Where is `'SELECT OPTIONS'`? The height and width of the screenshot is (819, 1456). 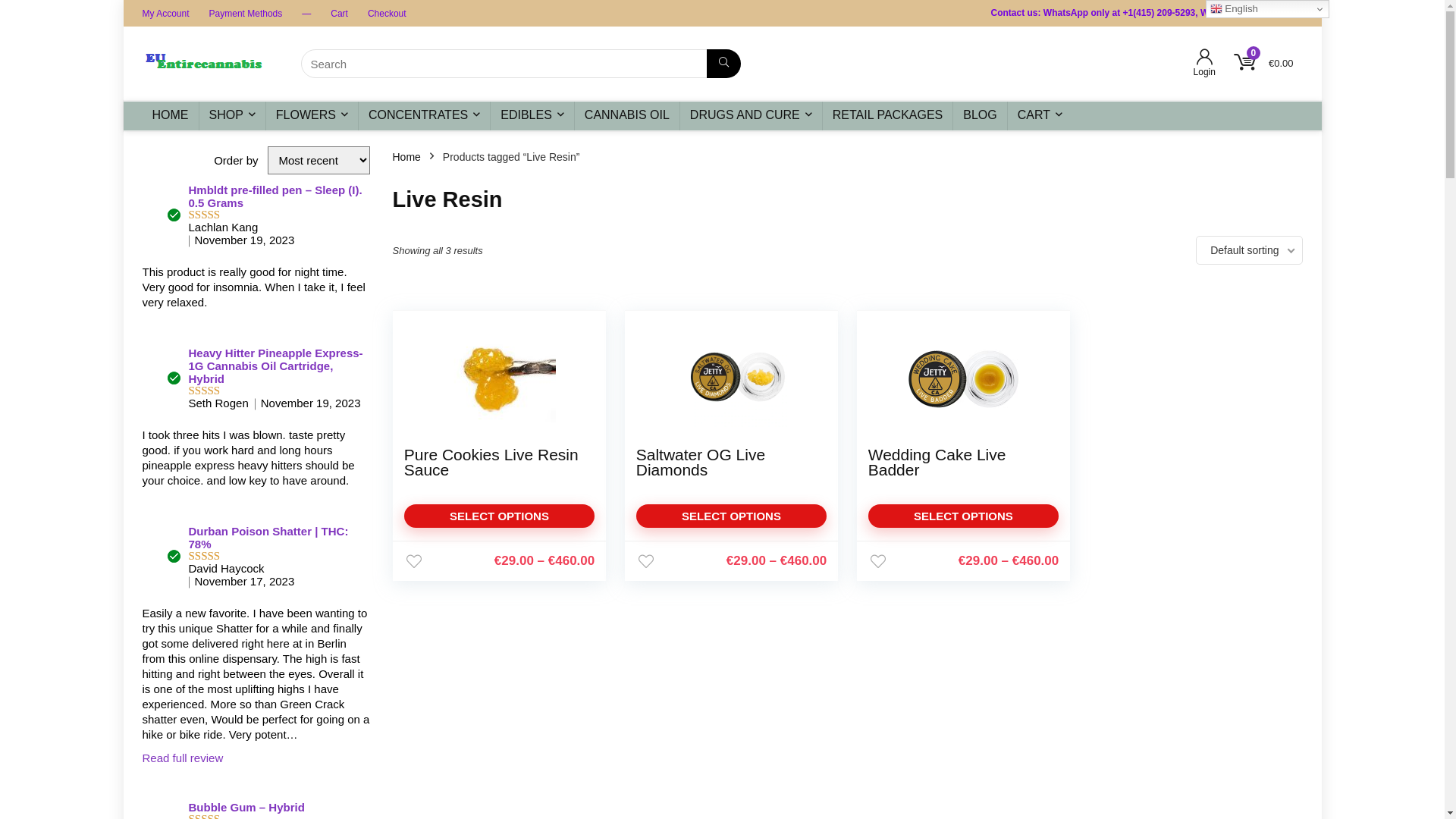
'SELECT OPTIONS' is located at coordinates (731, 515).